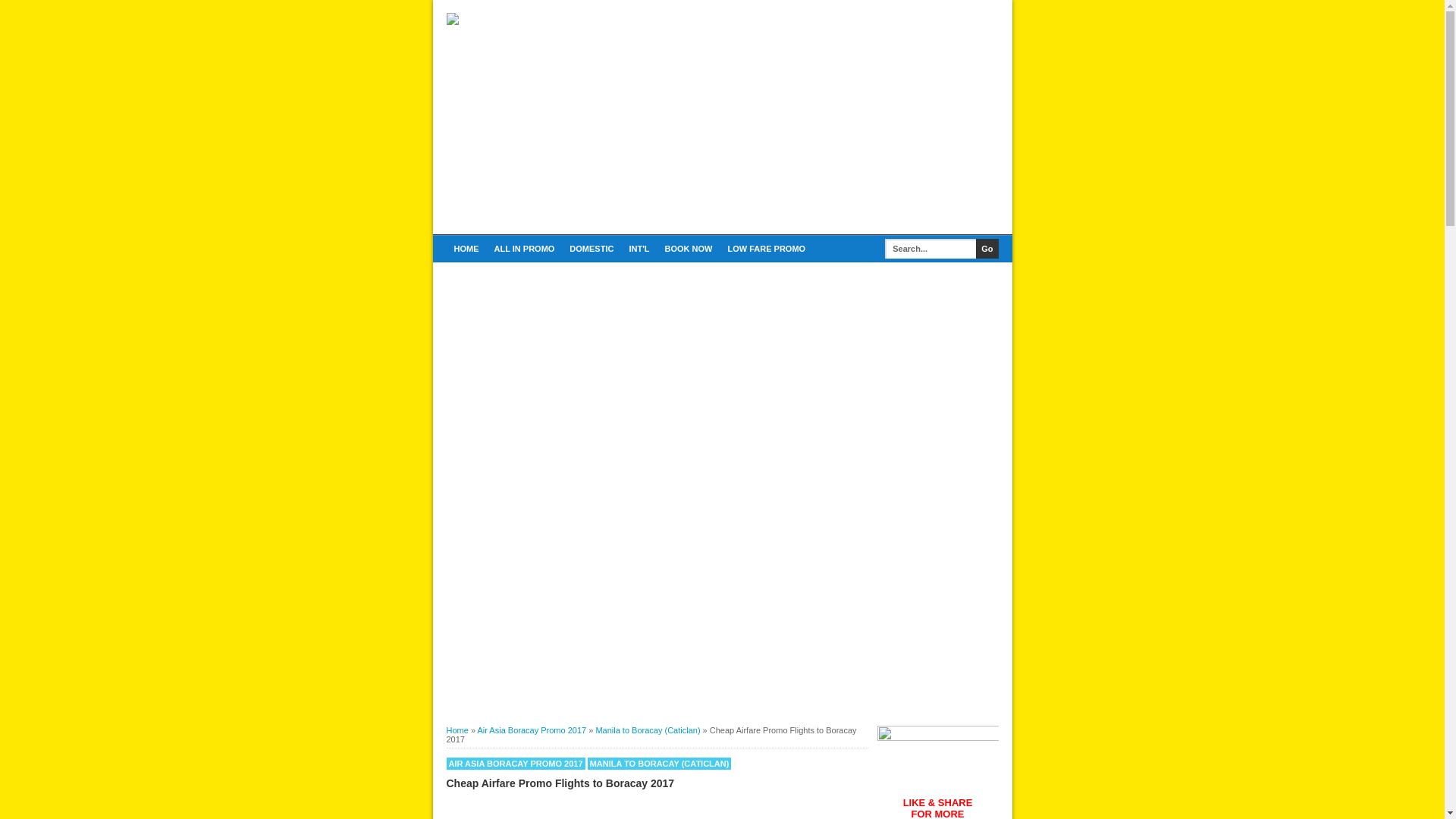 Image resolution: width=1456 pixels, height=819 pixels. Describe the element at coordinates (720, 375) in the screenshot. I see `'Advertisement'` at that location.